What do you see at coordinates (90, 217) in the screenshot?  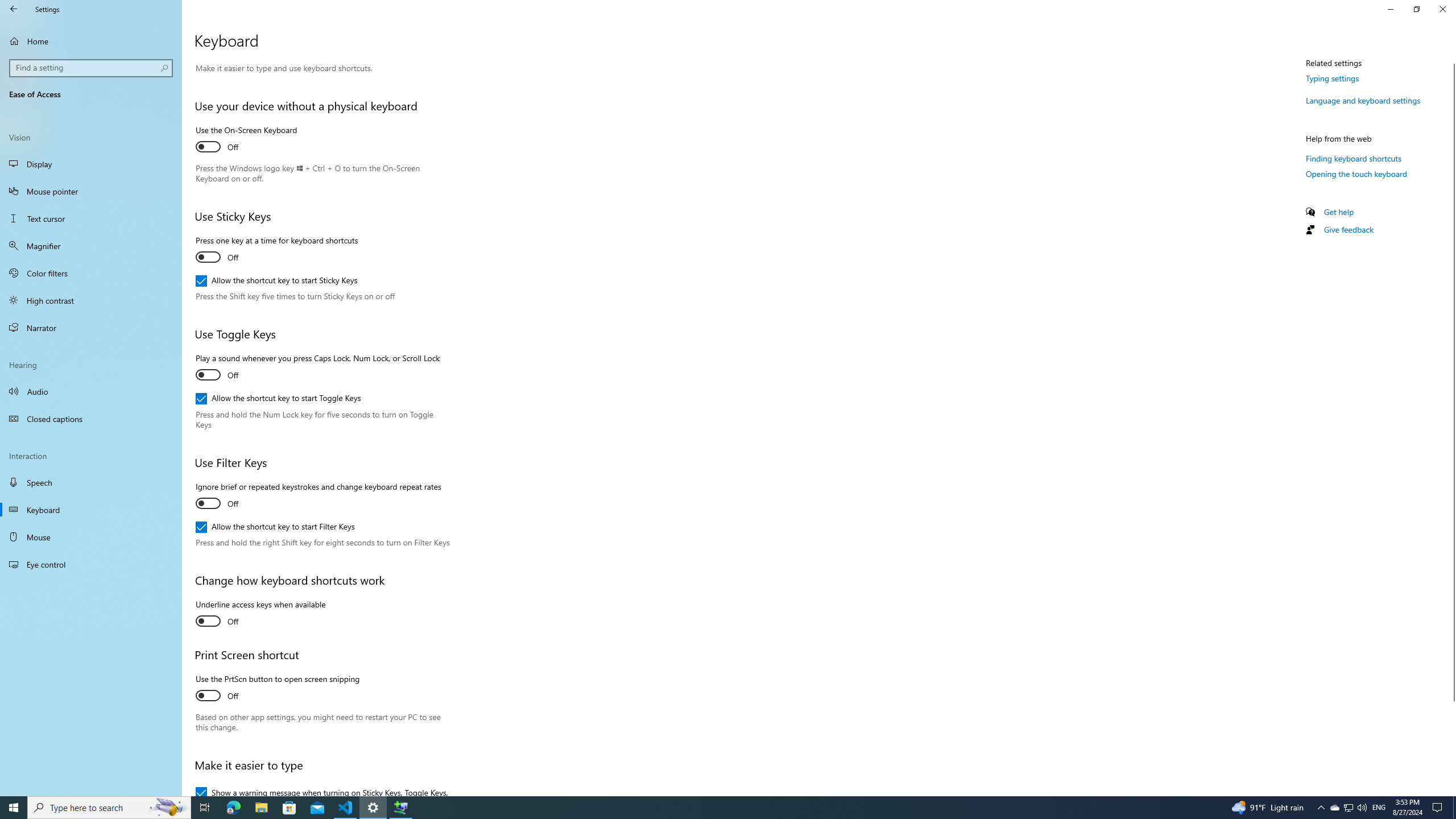 I see `'Text cursor'` at bounding box center [90, 217].